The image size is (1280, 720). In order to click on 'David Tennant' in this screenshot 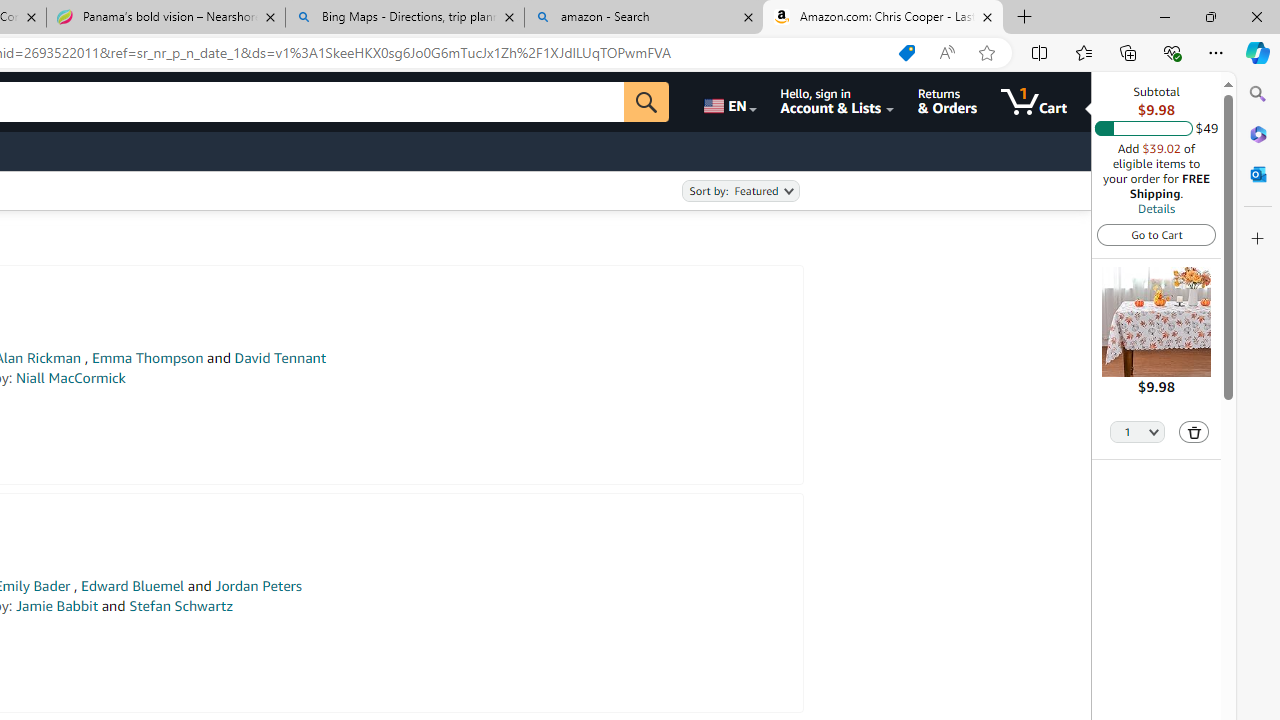, I will do `click(279, 357)`.